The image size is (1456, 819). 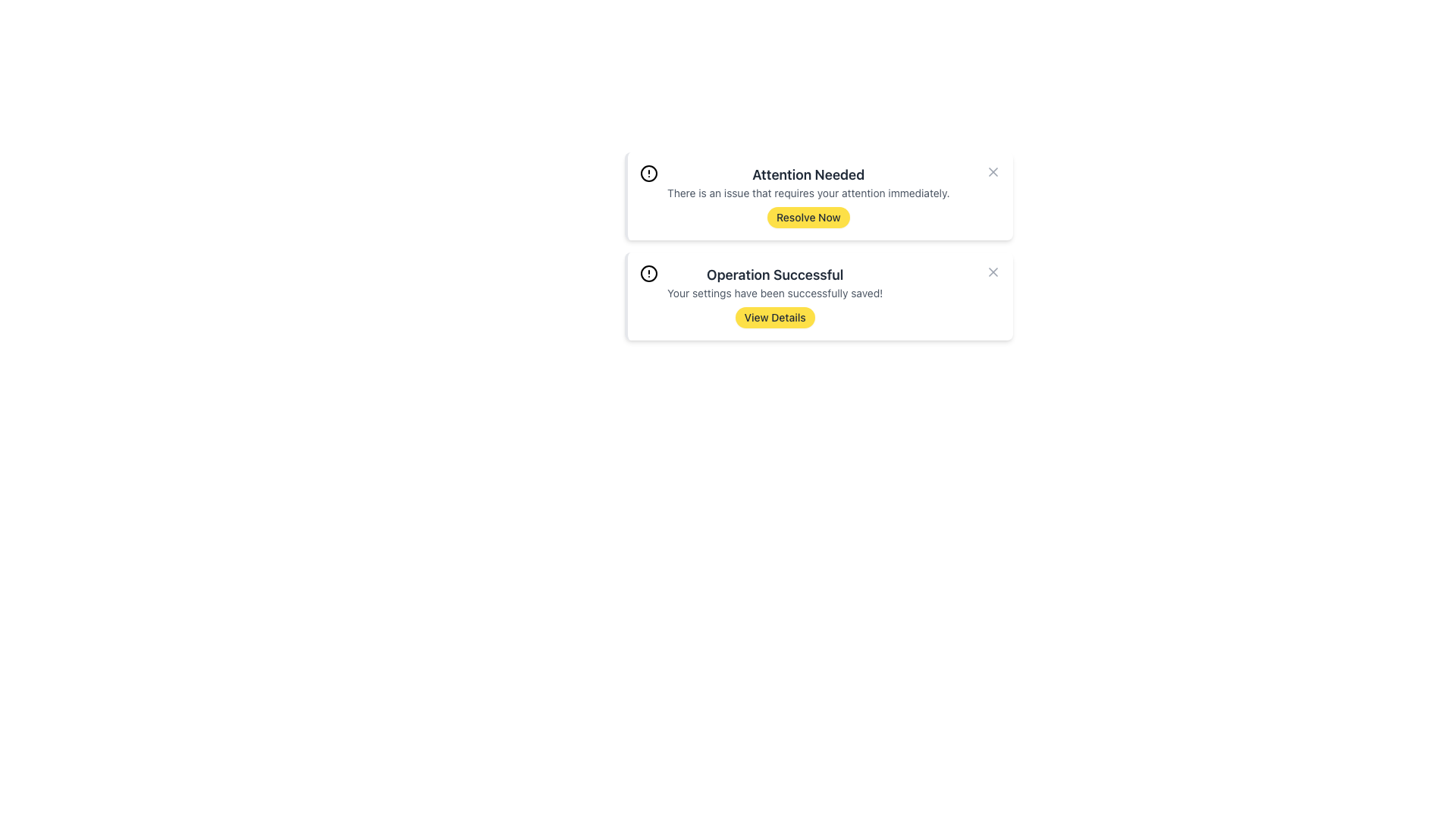 What do you see at coordinates (648, 172) in the screenshot?
I see `the largest circular layer of the alert icon, which is part of the 'Attention Needed' notification card located in the top-left corner` at bounding box center [648, 172].